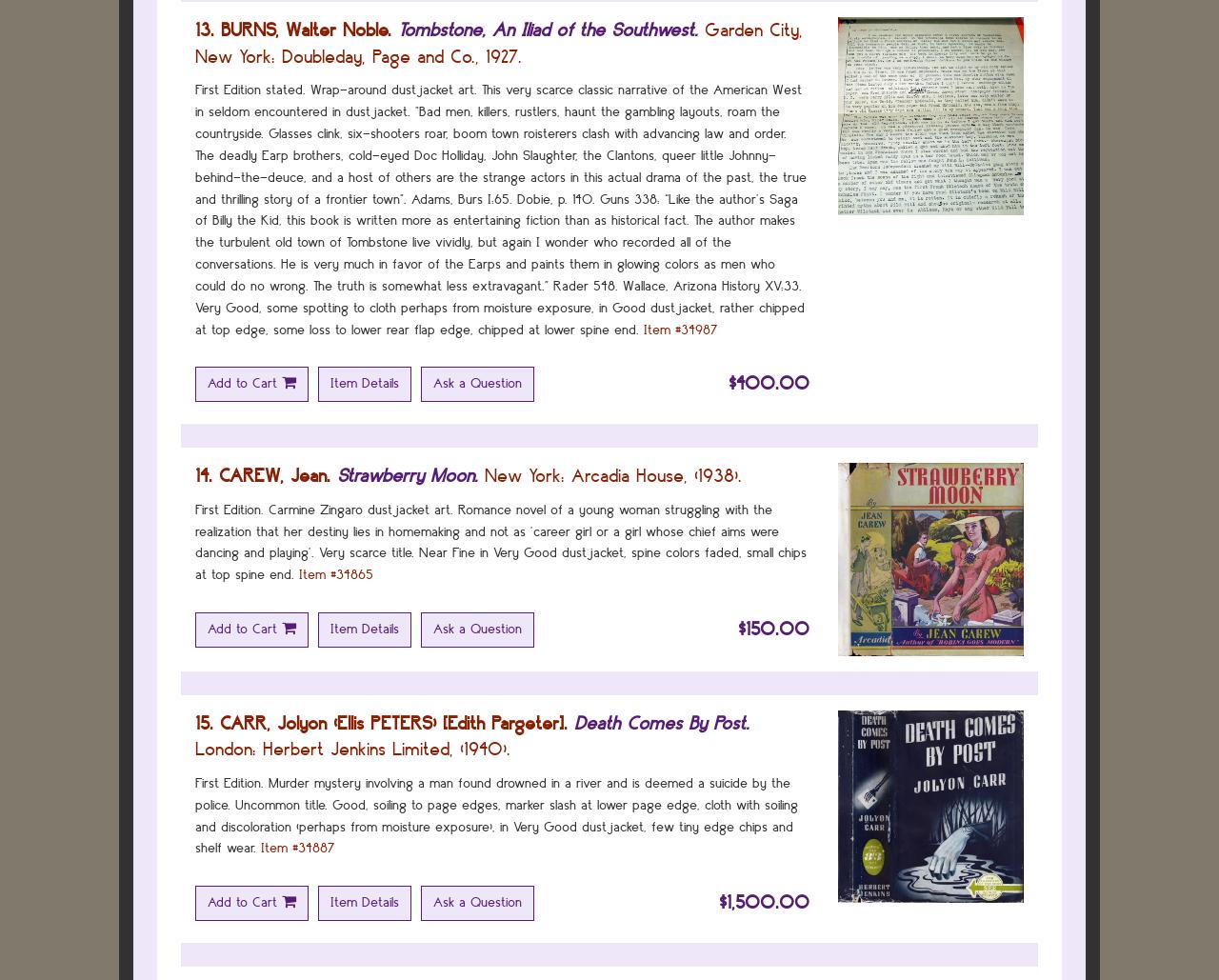  I want to click on 'Strawberry Moon.', so click(407, 475).